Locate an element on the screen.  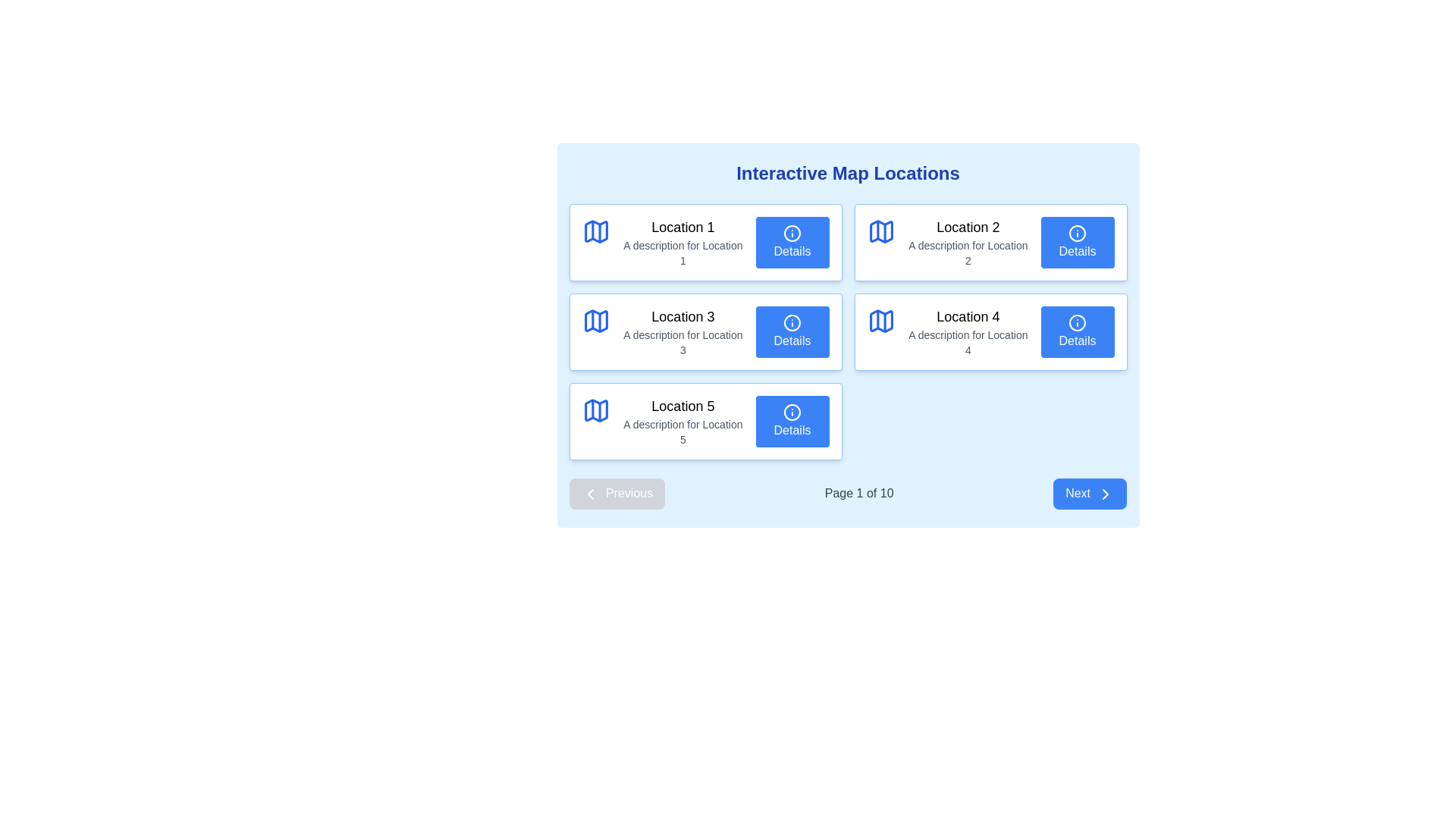
the blue map icon representing 'Location 4' in the 'Interactive Map Locations' interface, which is styled as a folded map and located to the left of the text 'Location 4' is located at coordinates (881, 321).